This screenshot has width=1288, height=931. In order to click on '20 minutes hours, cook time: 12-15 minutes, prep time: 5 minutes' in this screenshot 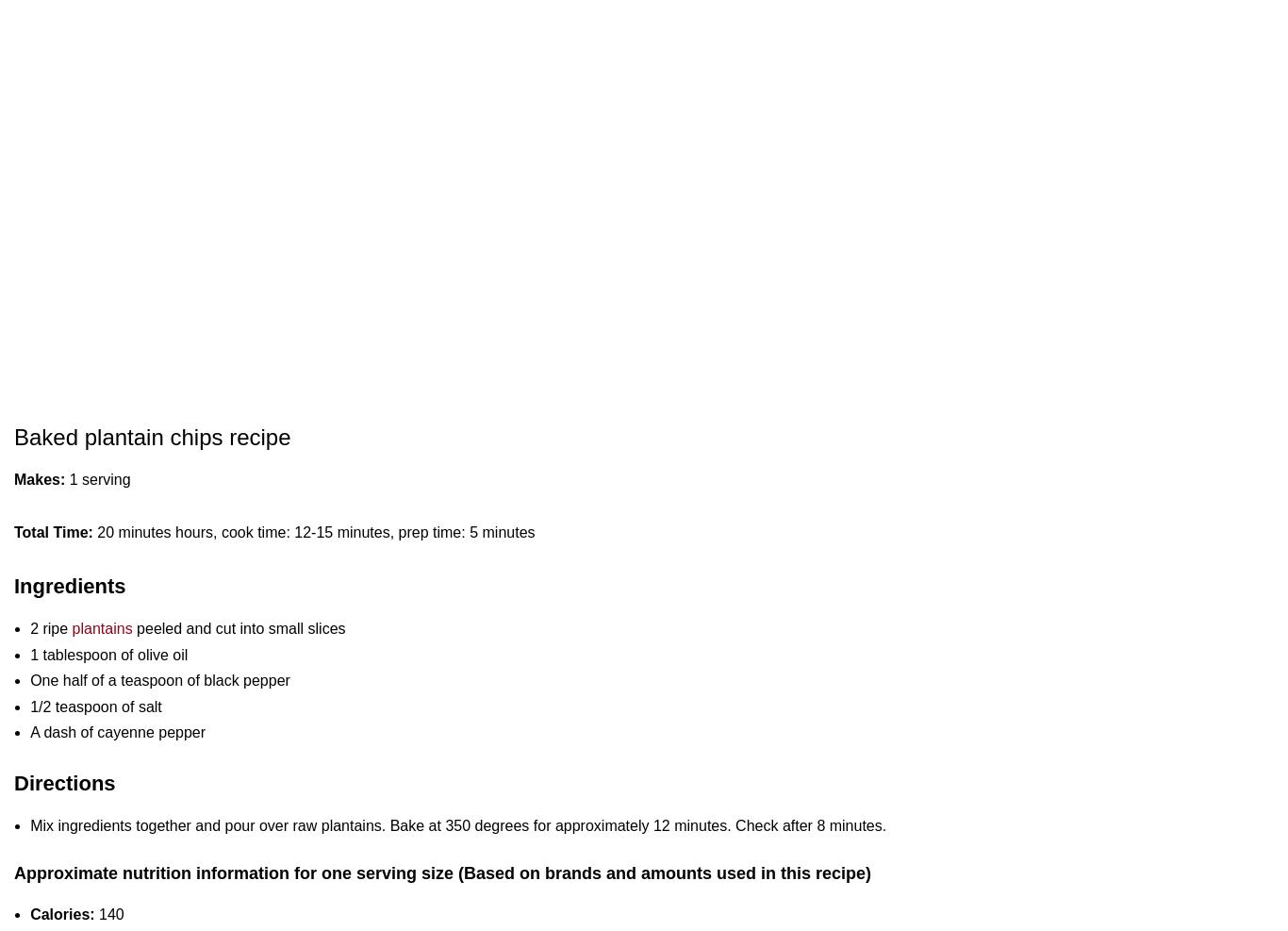, I will do `click(313, 531)`.